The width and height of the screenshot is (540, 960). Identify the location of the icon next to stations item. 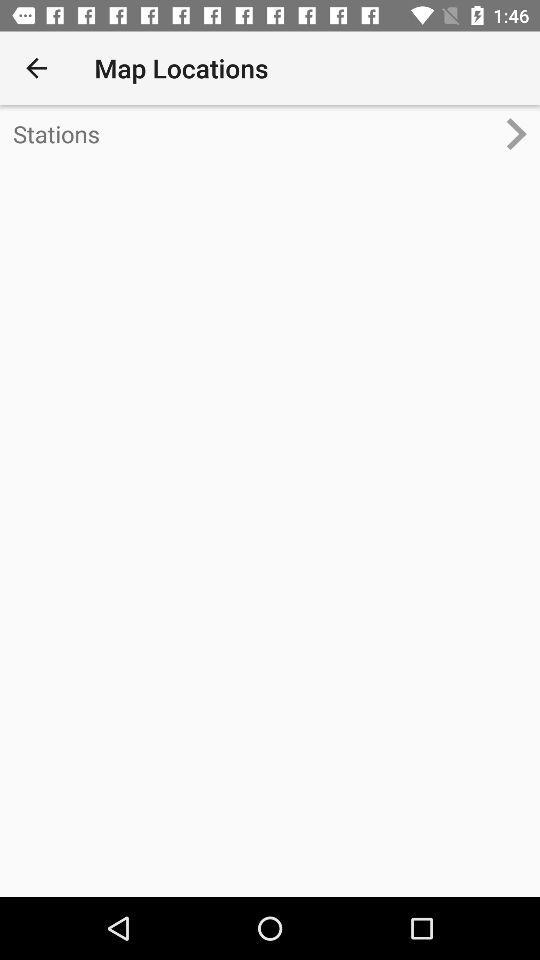
(523, 132).